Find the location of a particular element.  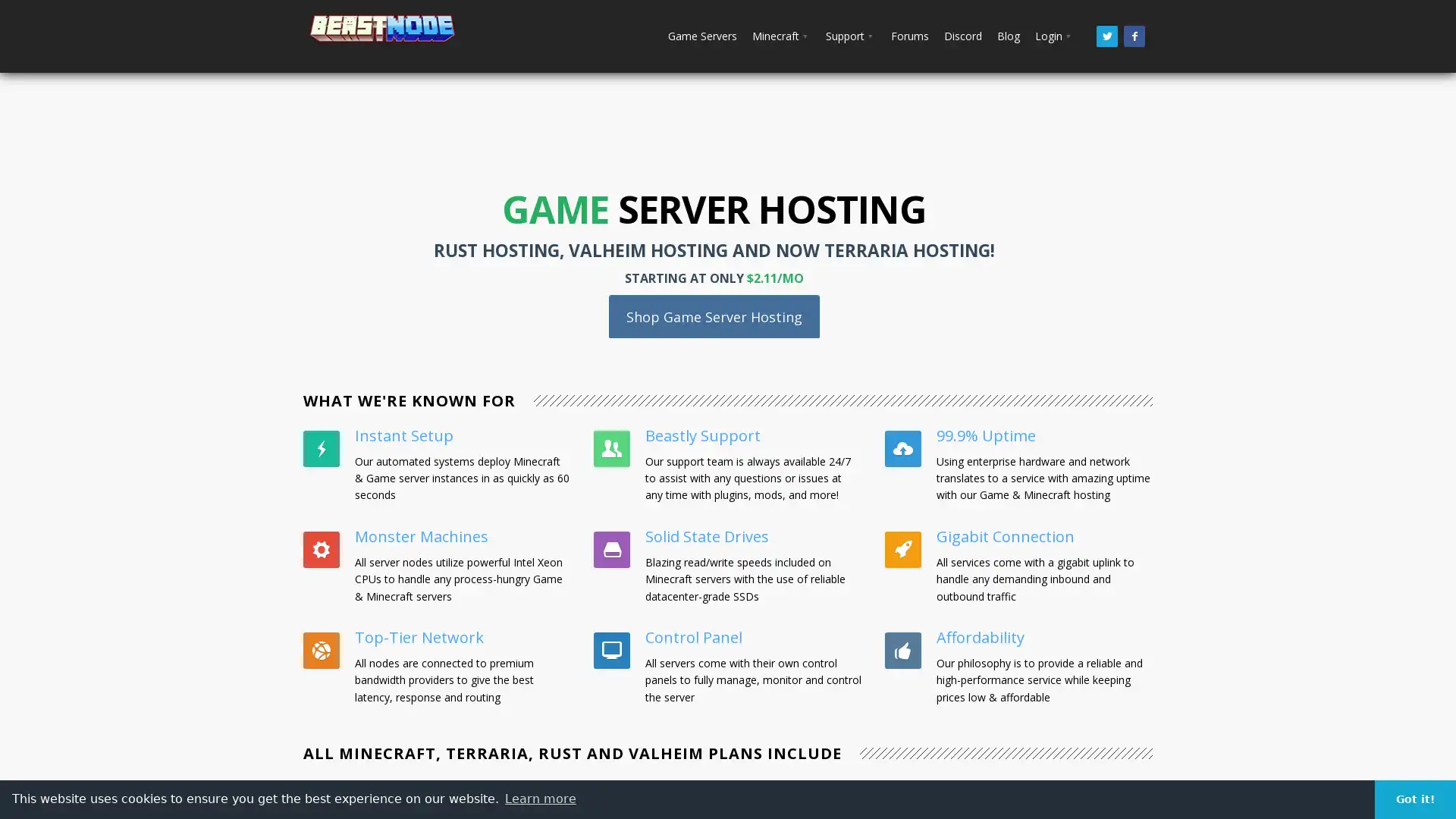

learn more about cookies is located at coordinates (541, 798).